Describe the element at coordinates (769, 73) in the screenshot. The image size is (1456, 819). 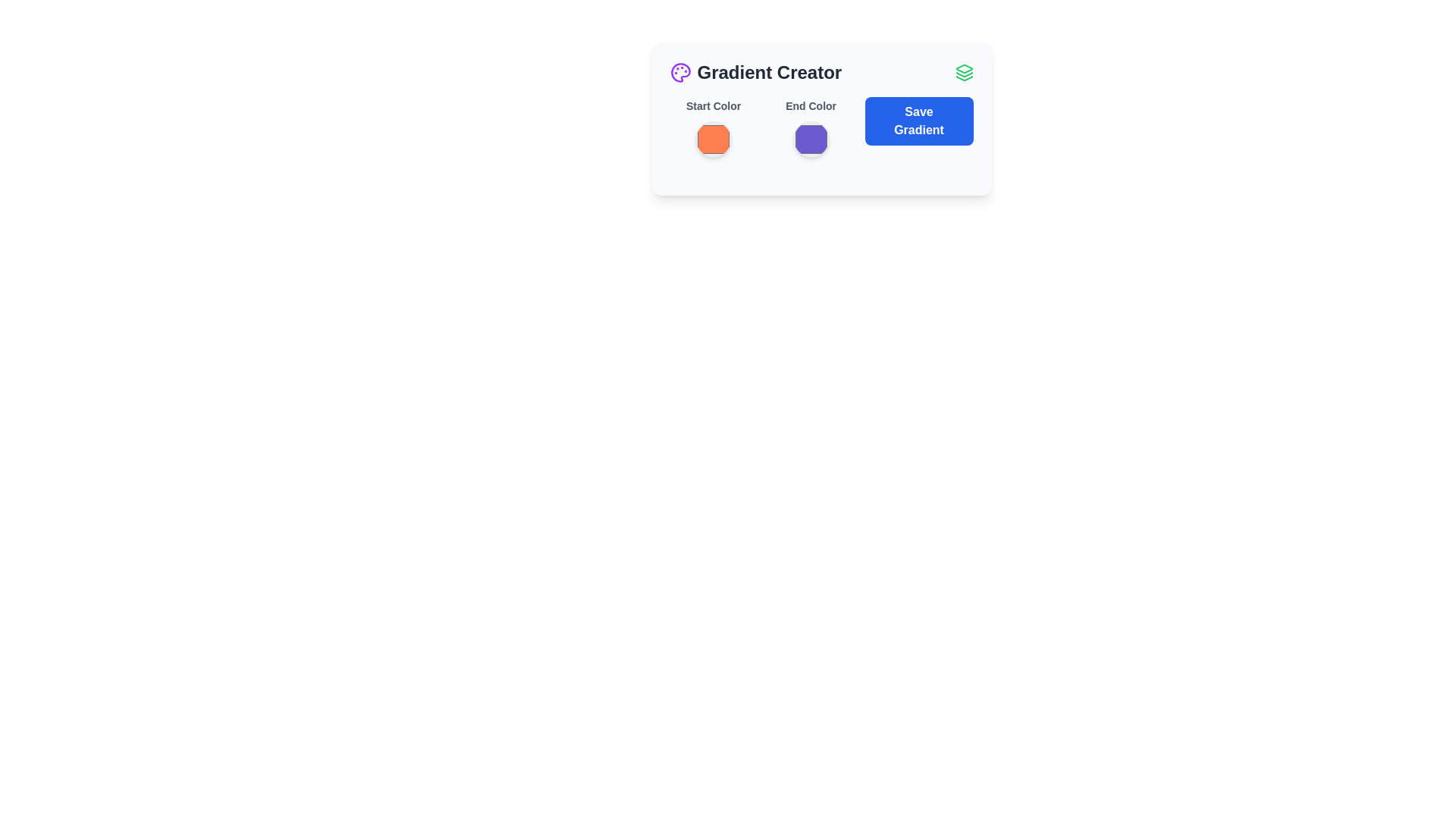
I see `the header text that identifies the gradient creator interface, positioned to the right of a palette icon` at that location.